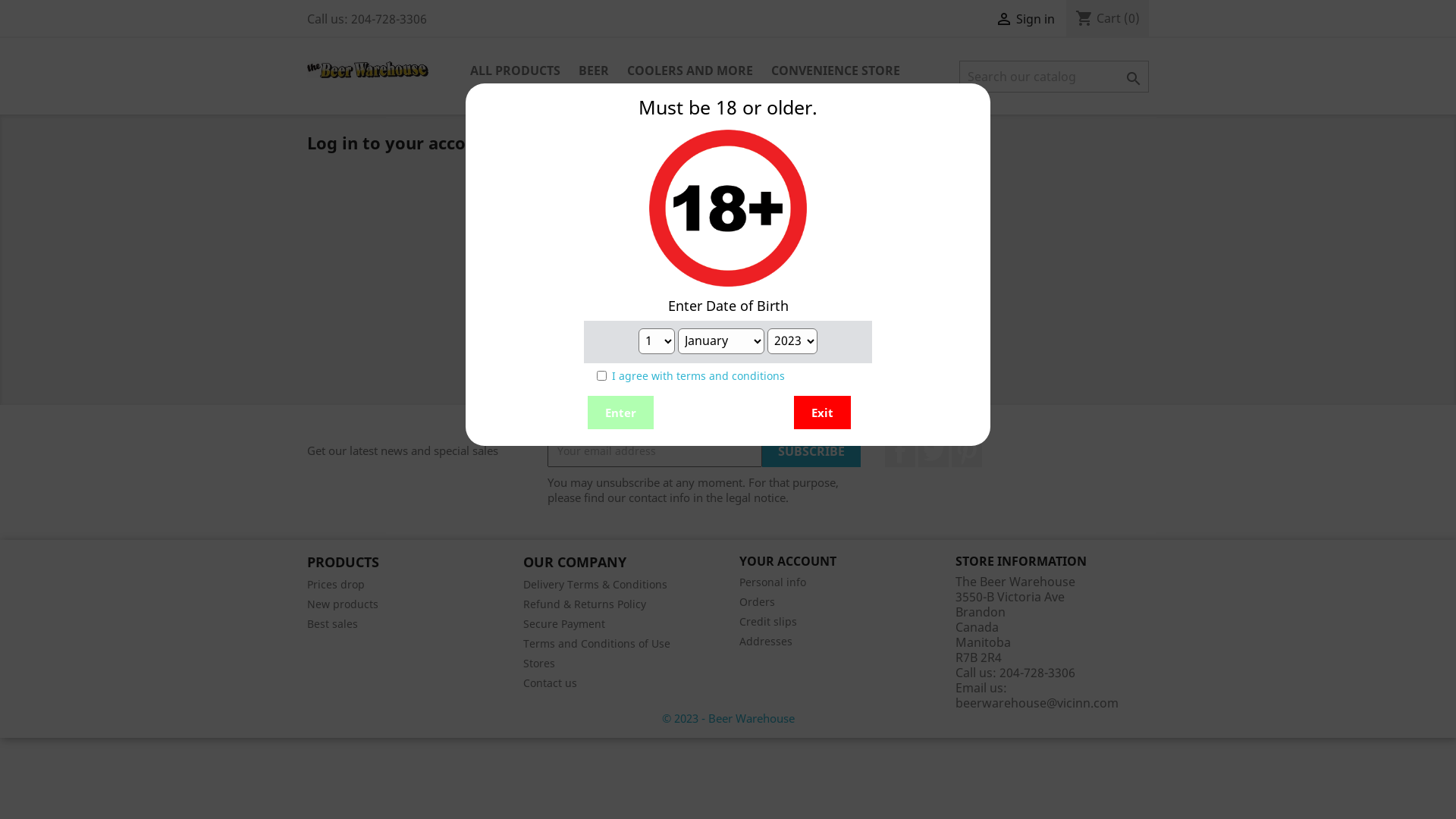  Describe the element at coordinates (689, 71) in the screenshot. I see `'COOLERS AND MORE'` at that location.